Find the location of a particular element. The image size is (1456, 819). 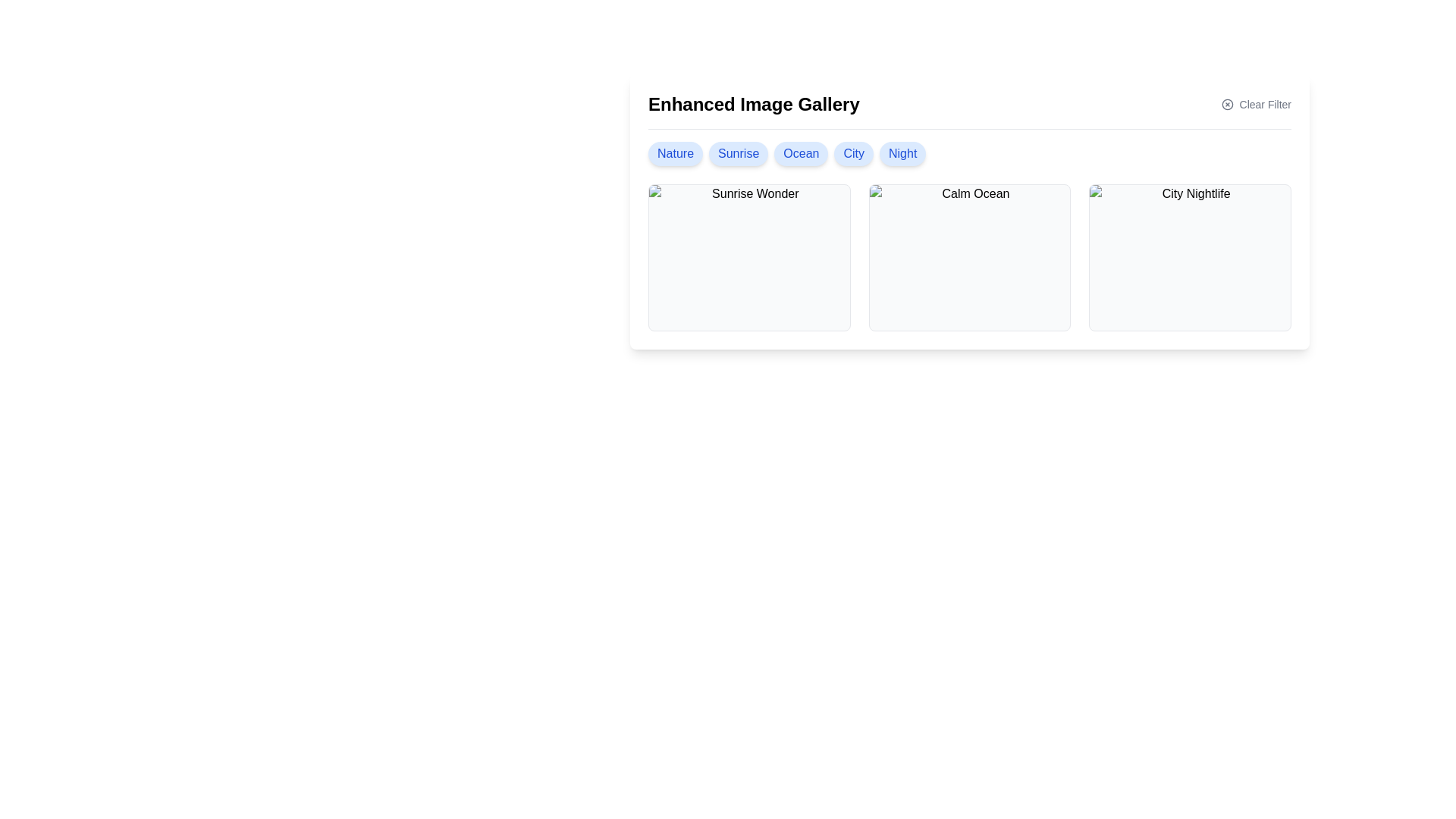

the fifth button from the left in the horizontal group of buttons at the top of the section is located at coordinates (902, 154).